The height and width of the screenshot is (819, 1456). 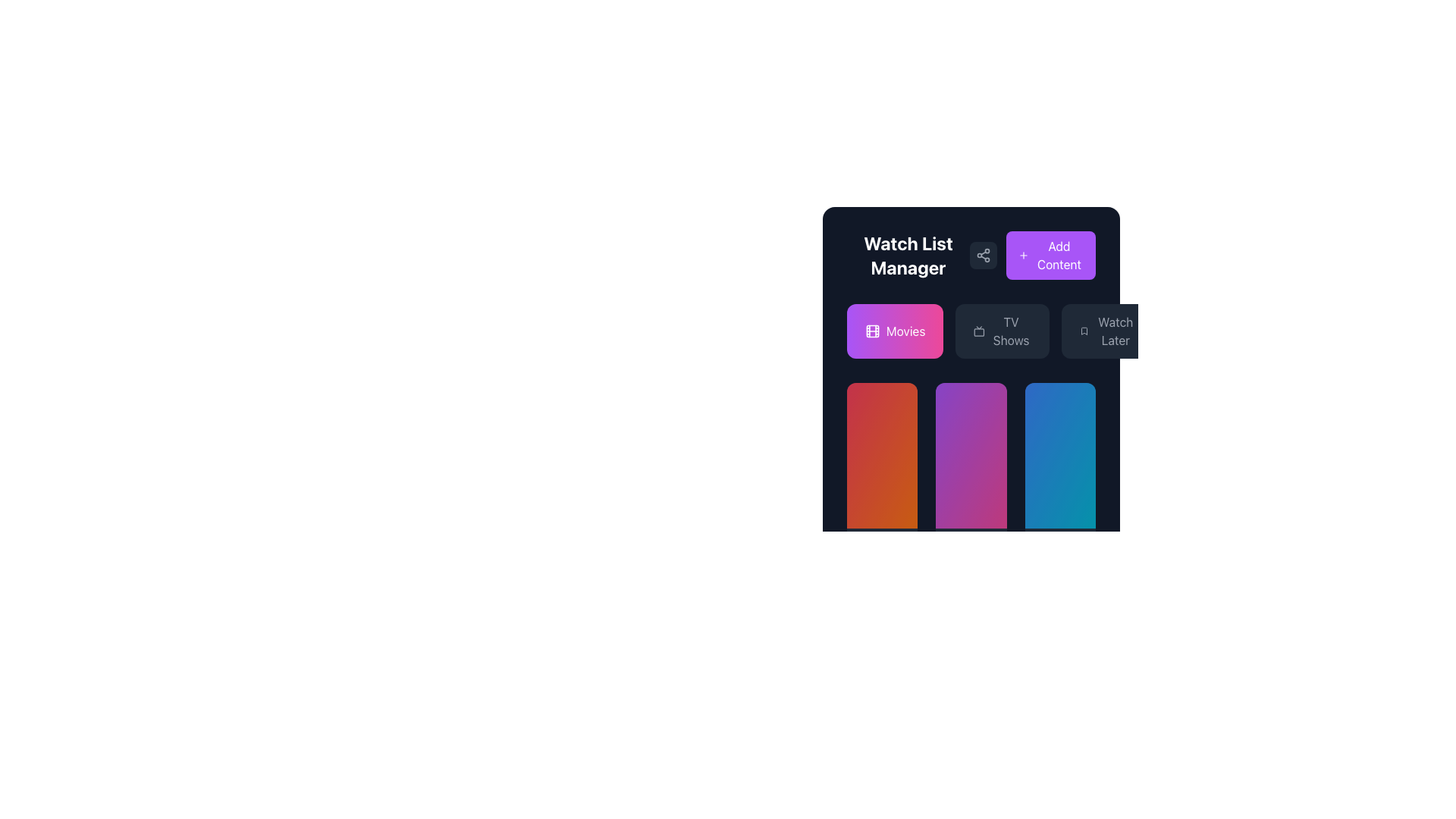 What do you see at coordinates (971, 330) in the screenshot?
I see `the second button in the row beneath the 'Watch List Manager' heading` at bounding box center [971, 330].